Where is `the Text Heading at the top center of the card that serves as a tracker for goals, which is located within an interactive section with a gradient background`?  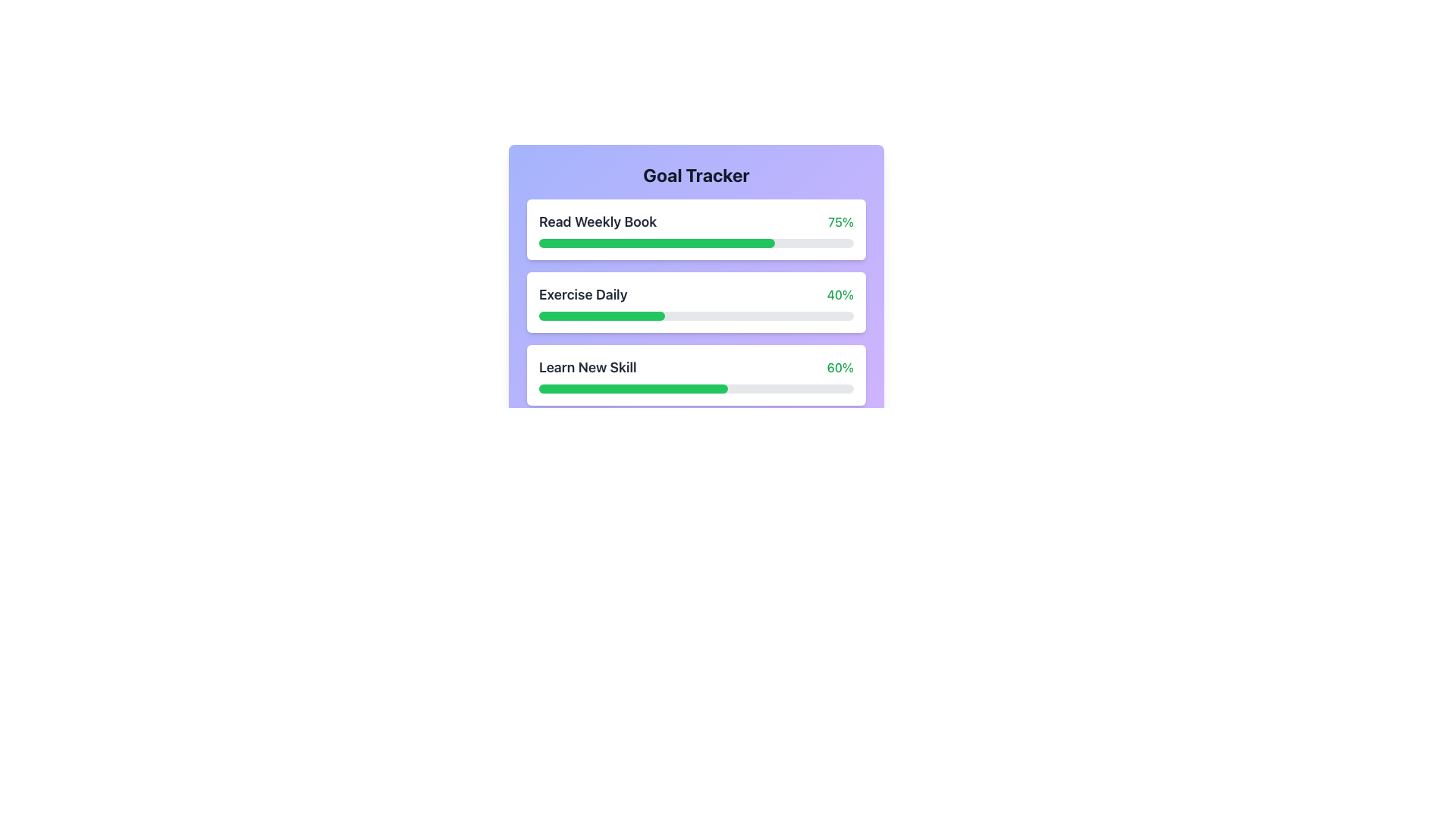 the Text Heading at the top center of the card that serves as a tracker for goals, which is located within an interactive section with a gradient background is located at coordinates (695, 174).